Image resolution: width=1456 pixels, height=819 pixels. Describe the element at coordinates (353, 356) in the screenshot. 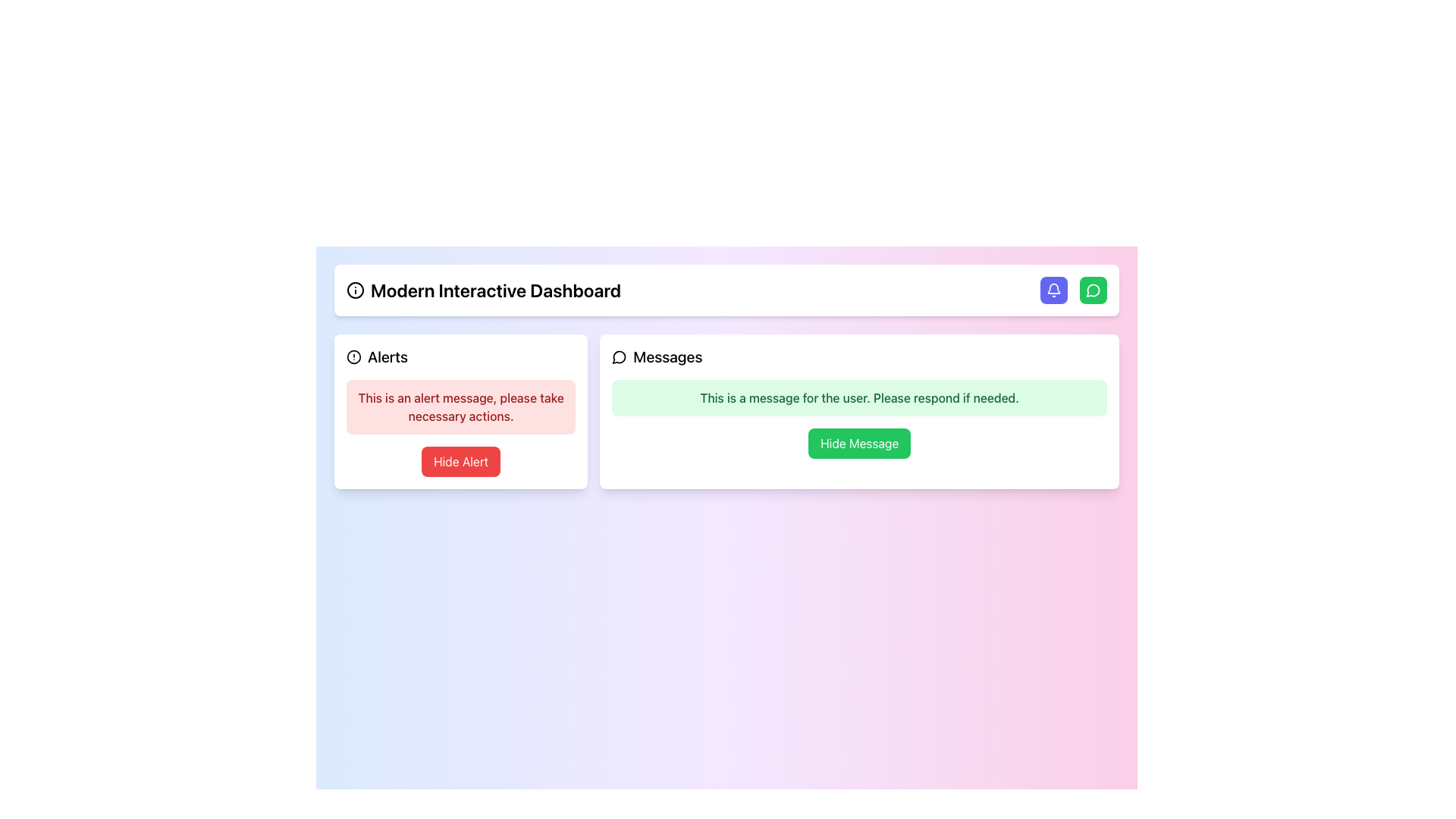

I see `the circular SVG warning icon located at the top left corner of the 'Alerts' card, positioned to the left of the title 'Alerts'` at that location.